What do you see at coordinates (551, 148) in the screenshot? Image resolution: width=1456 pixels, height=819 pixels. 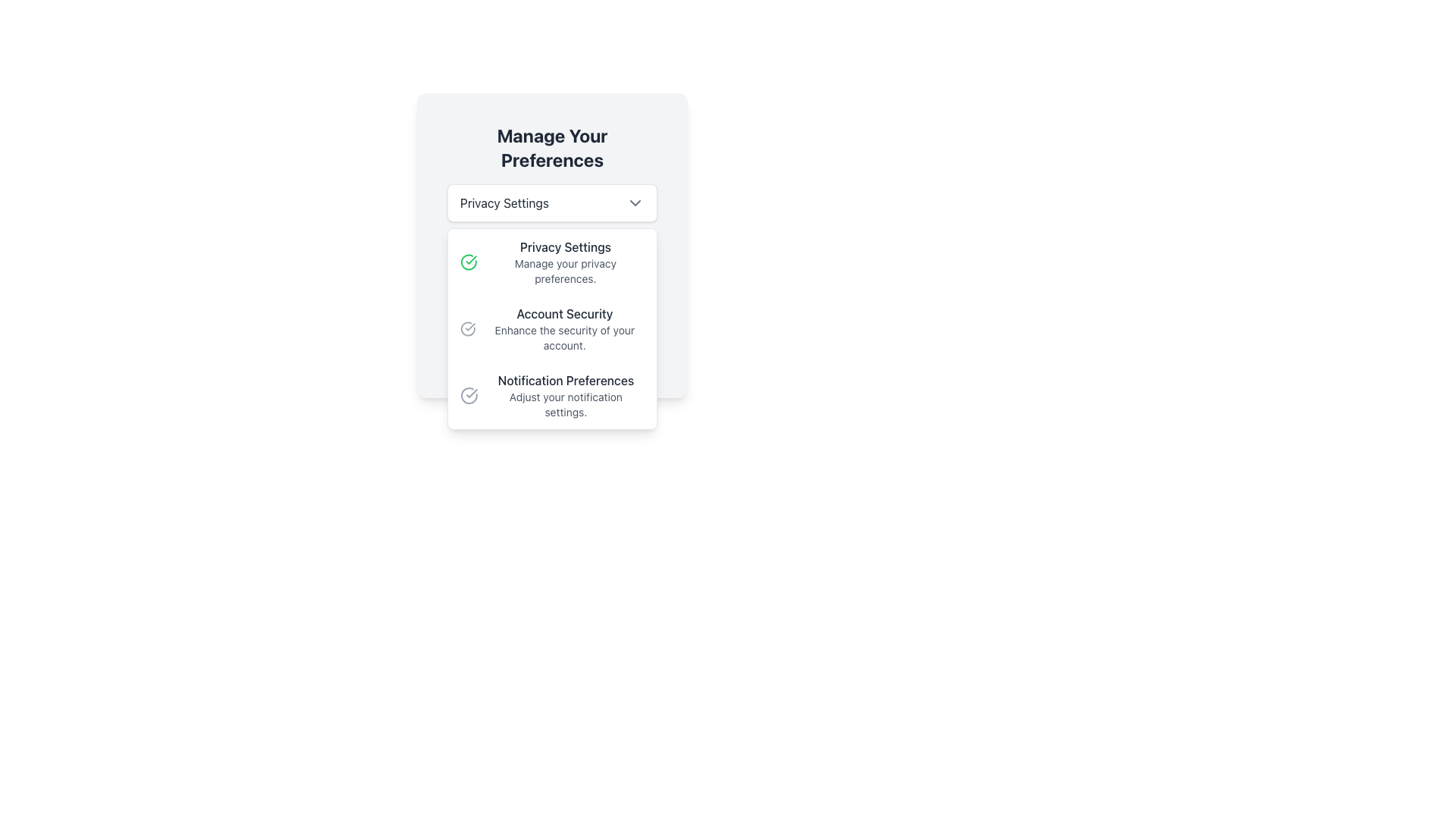 I see `the text label displaying 'Manage Your Preferences', which is centered at the top of the card-like interface` at bounding box center [551, 148].